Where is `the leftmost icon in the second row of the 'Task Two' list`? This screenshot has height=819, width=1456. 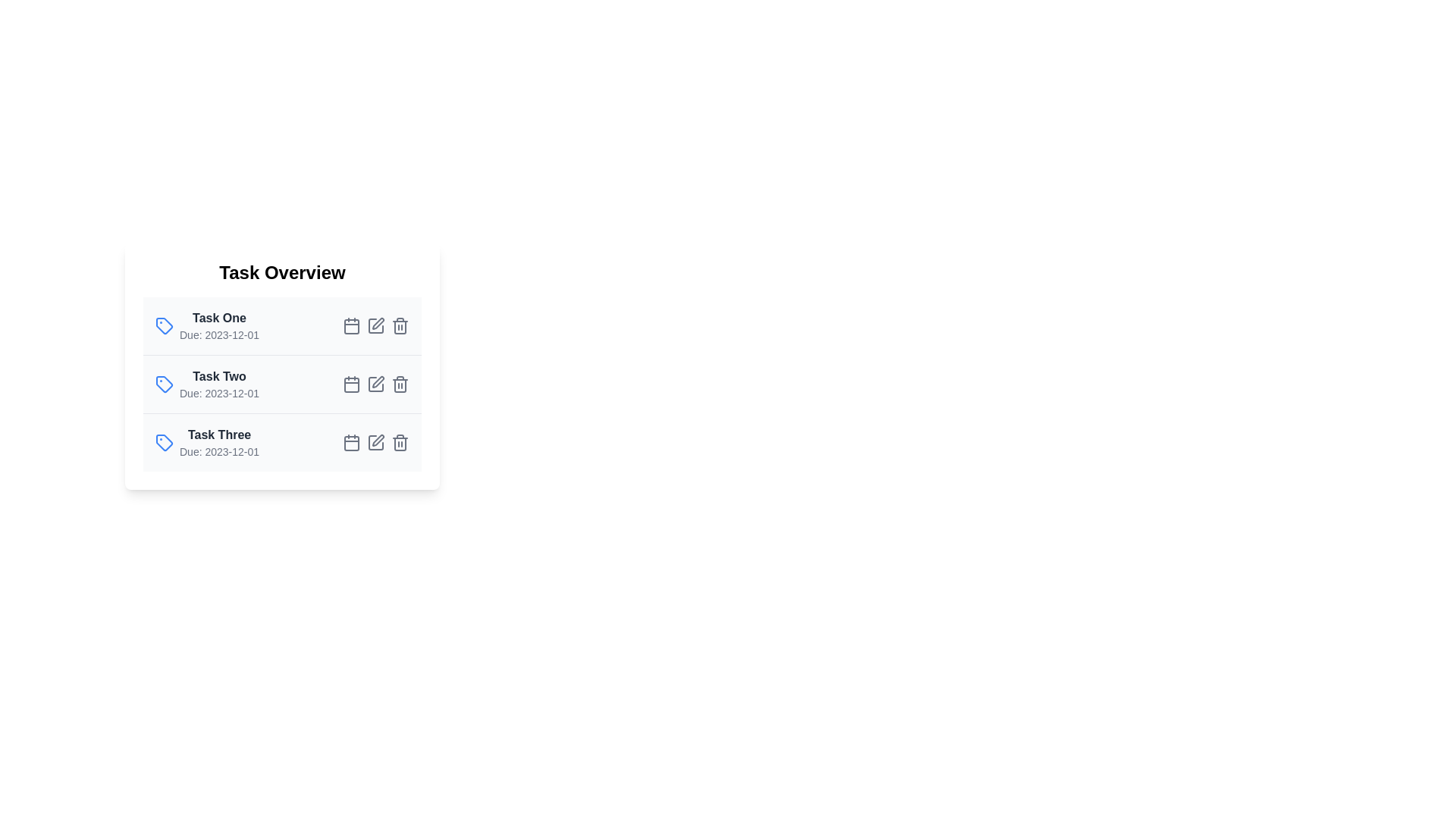 the leftmost icon in the second row of the 'Task Two' list is located at coordinates (164, 383).